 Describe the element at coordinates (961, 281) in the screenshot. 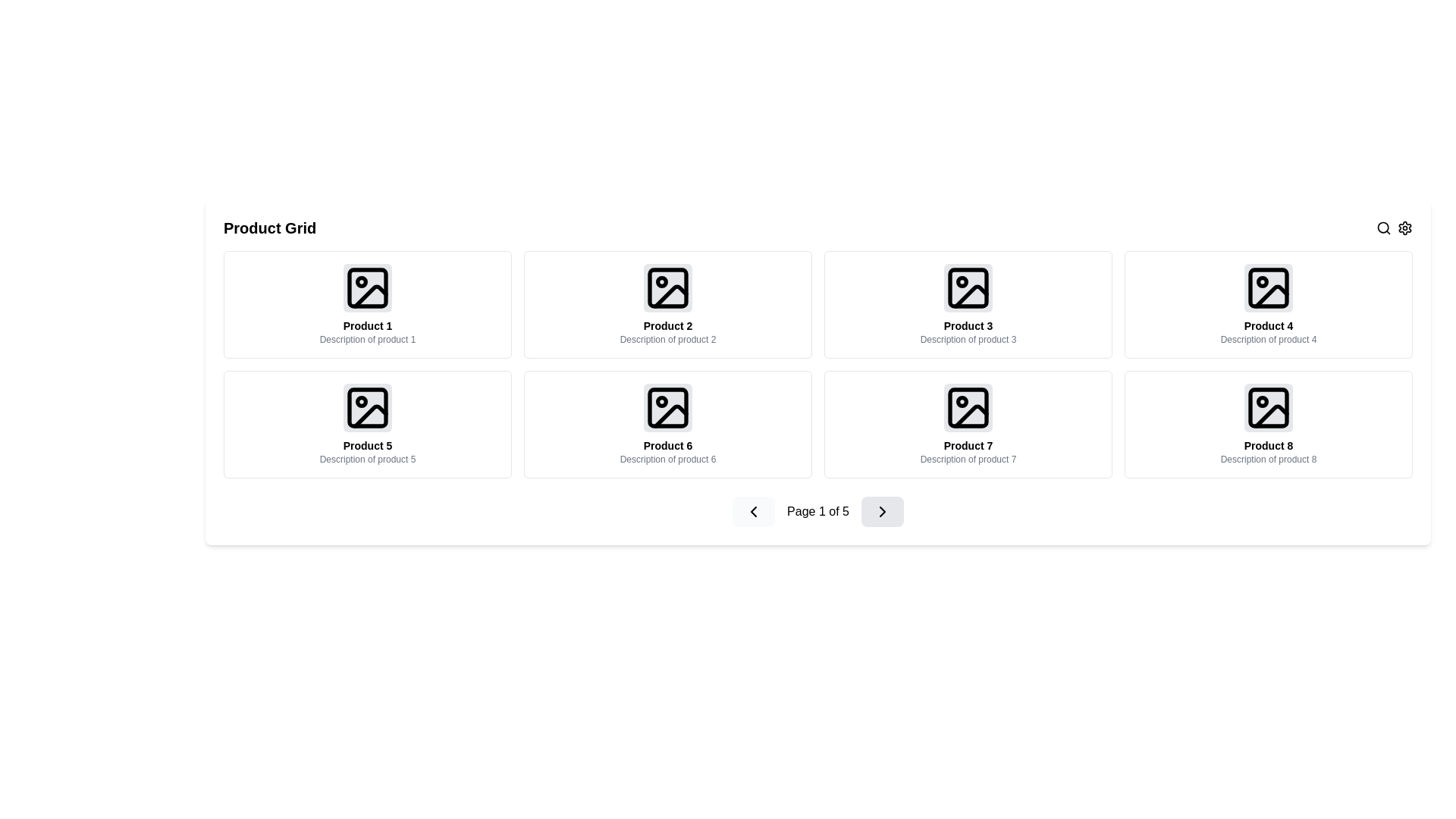

I see `the small SVG circle located in the top left corner of the 'Product 3' thumbnail within the product grid layout` at that location.